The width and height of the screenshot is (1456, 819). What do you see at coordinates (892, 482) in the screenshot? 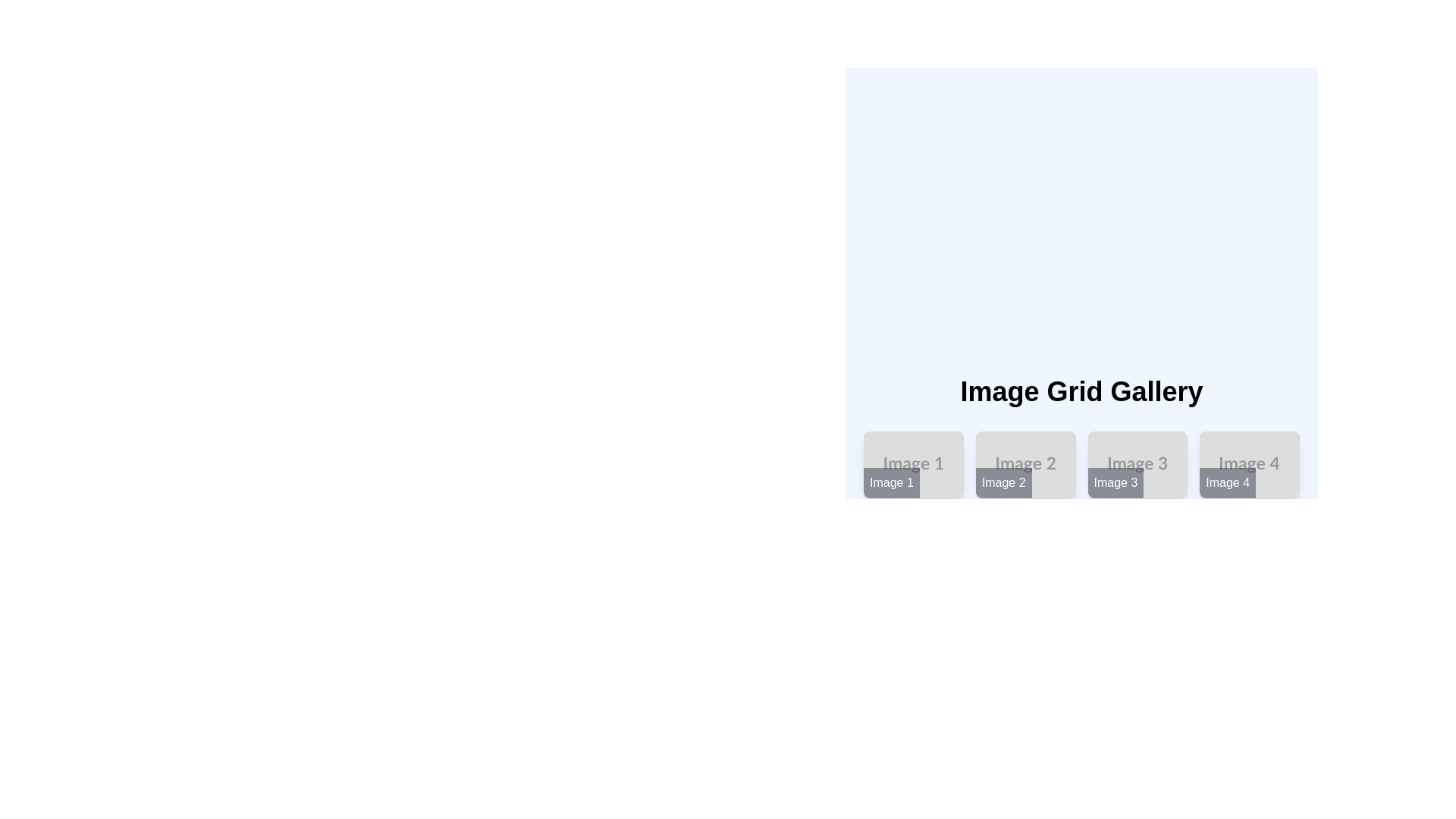
I see `the associated image using the label located` at bounding box center [892, 482].